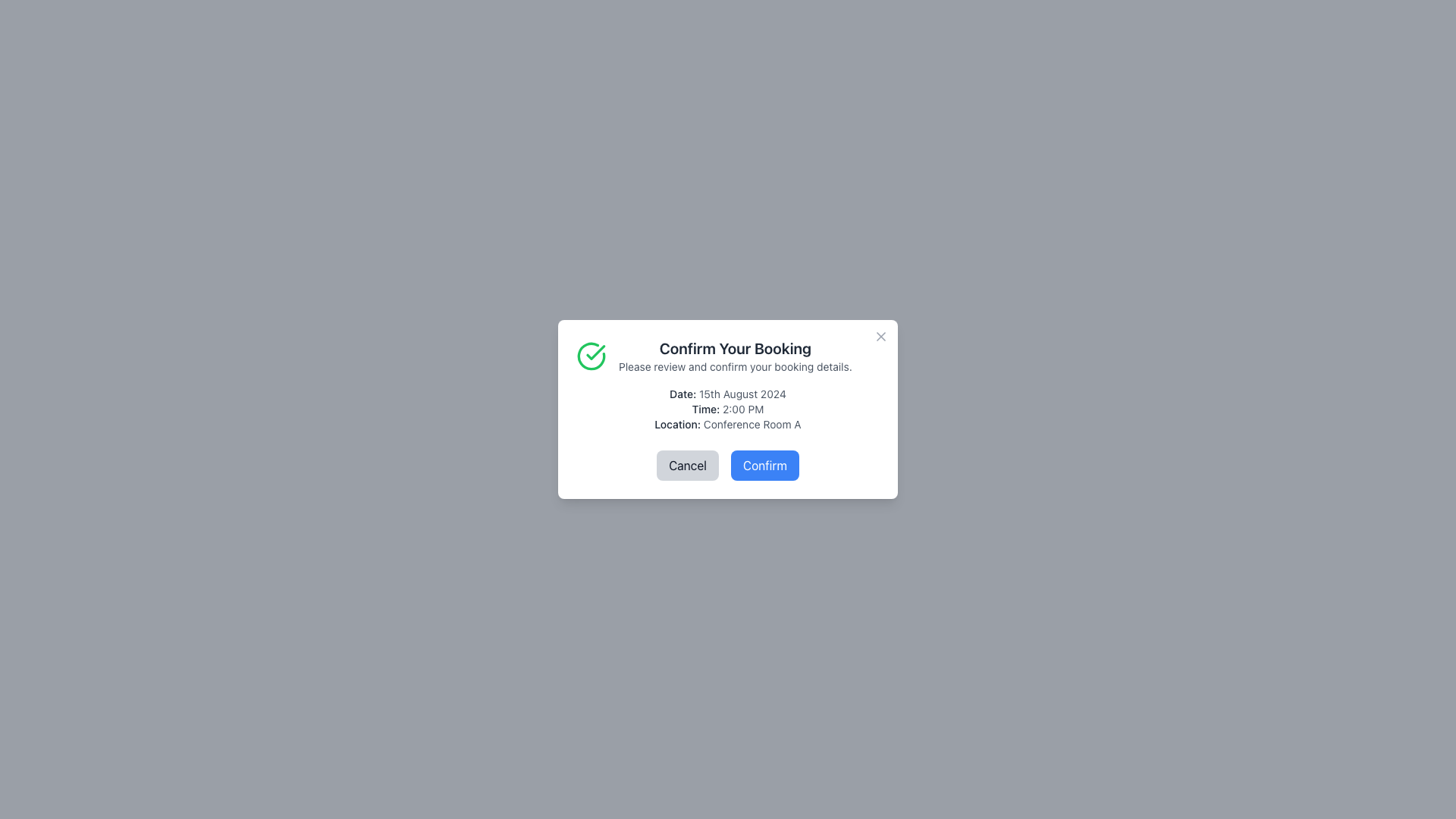 Image resolution: width=1456 pixels, height=819 pixels. What do you see at coordinates (728, 424) in the screenshot?
I see `the text label displaying 'Location: Conference Room A', which is the third text label below the 'Confirm Your Booking' heading` at bounding box center [728, 424].